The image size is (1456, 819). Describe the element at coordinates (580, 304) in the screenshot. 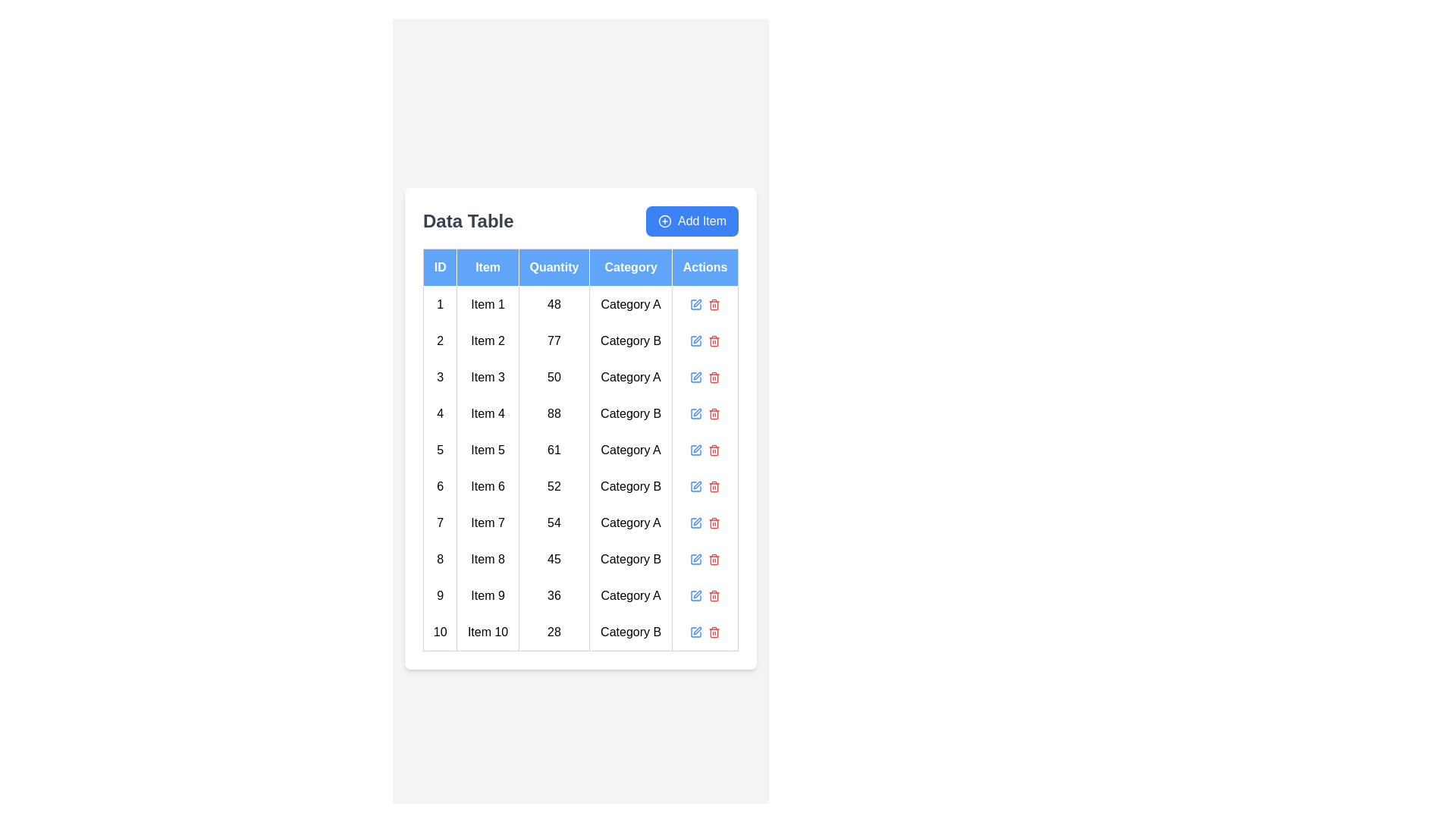

I see `the first row of the data table for navigation through keyboard actions` at that location.